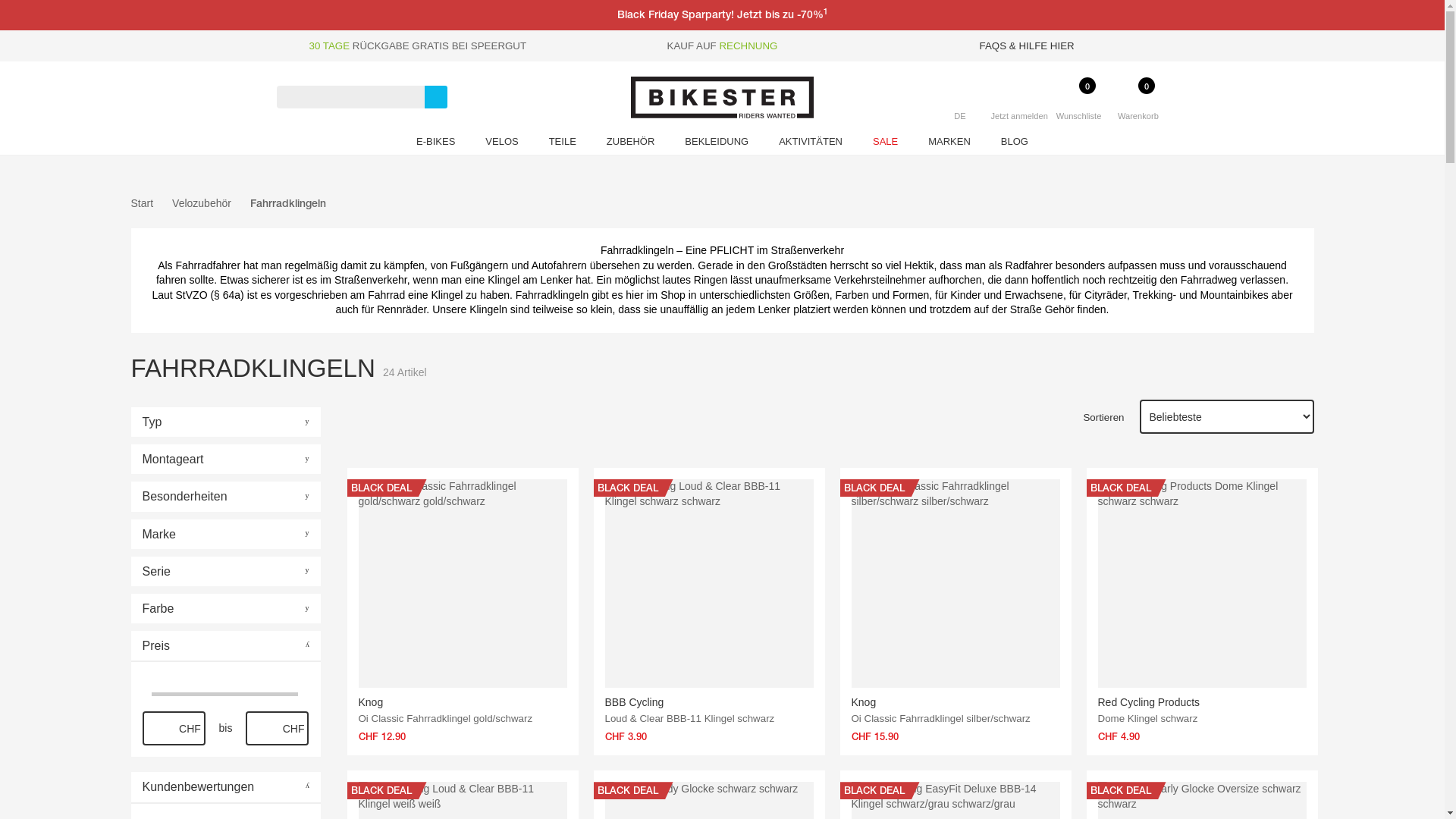 Image resolution: width=1456 pixels, height=819 pixels. What do you see at coordinates (142, 203) in the screenshot?
I see `'Start'` at bounding box center [142, 203].